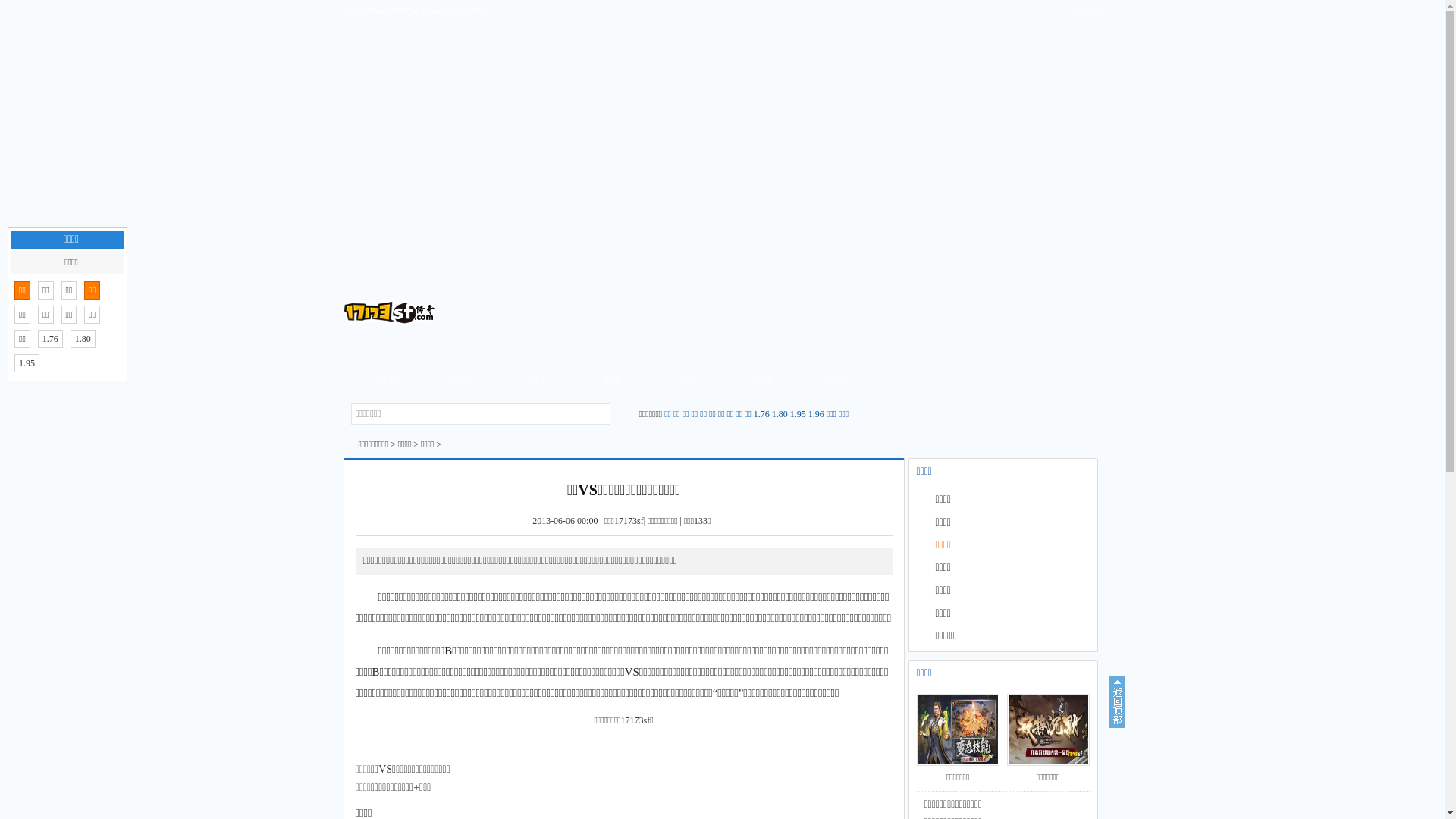 The width and height of the screenshot is (1456, 819). Describe the element at coordinates (761, 414) in the screenshot. I see `'1.76'` at that location.